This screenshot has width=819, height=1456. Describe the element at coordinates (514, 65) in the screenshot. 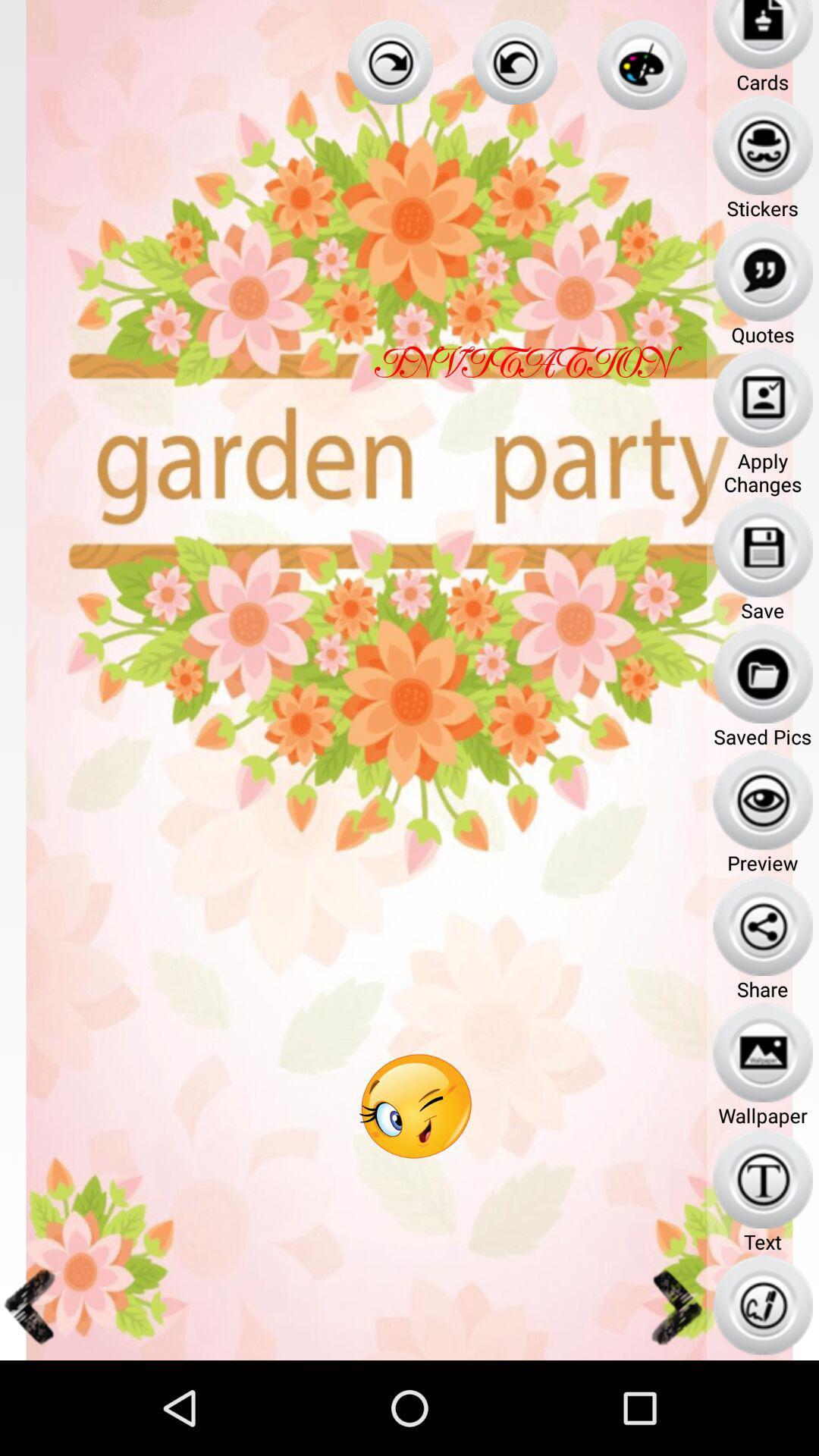

I see `the undo icon` at that location.